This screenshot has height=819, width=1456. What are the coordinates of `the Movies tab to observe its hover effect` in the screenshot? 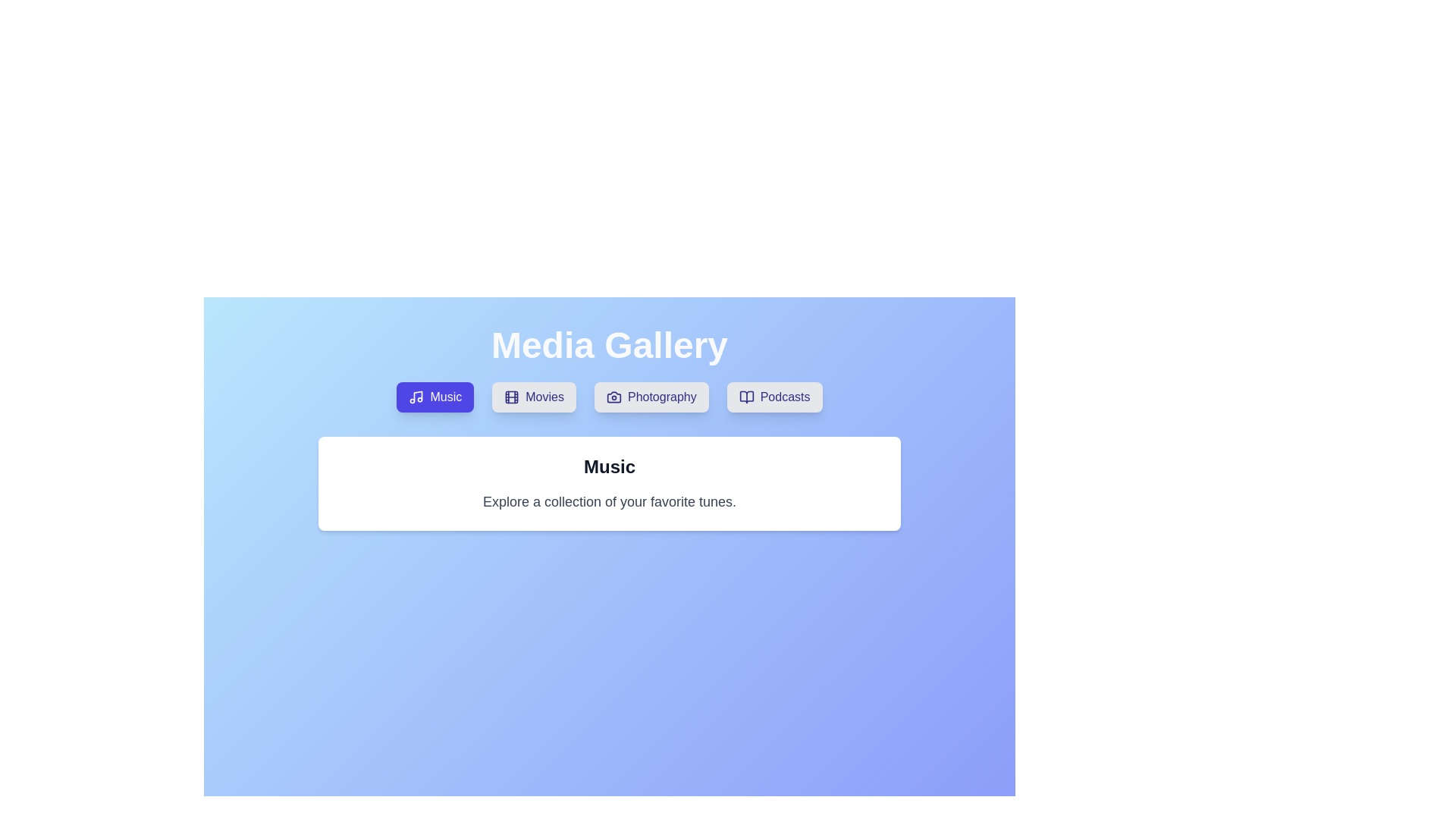 It's located at (534, 397).